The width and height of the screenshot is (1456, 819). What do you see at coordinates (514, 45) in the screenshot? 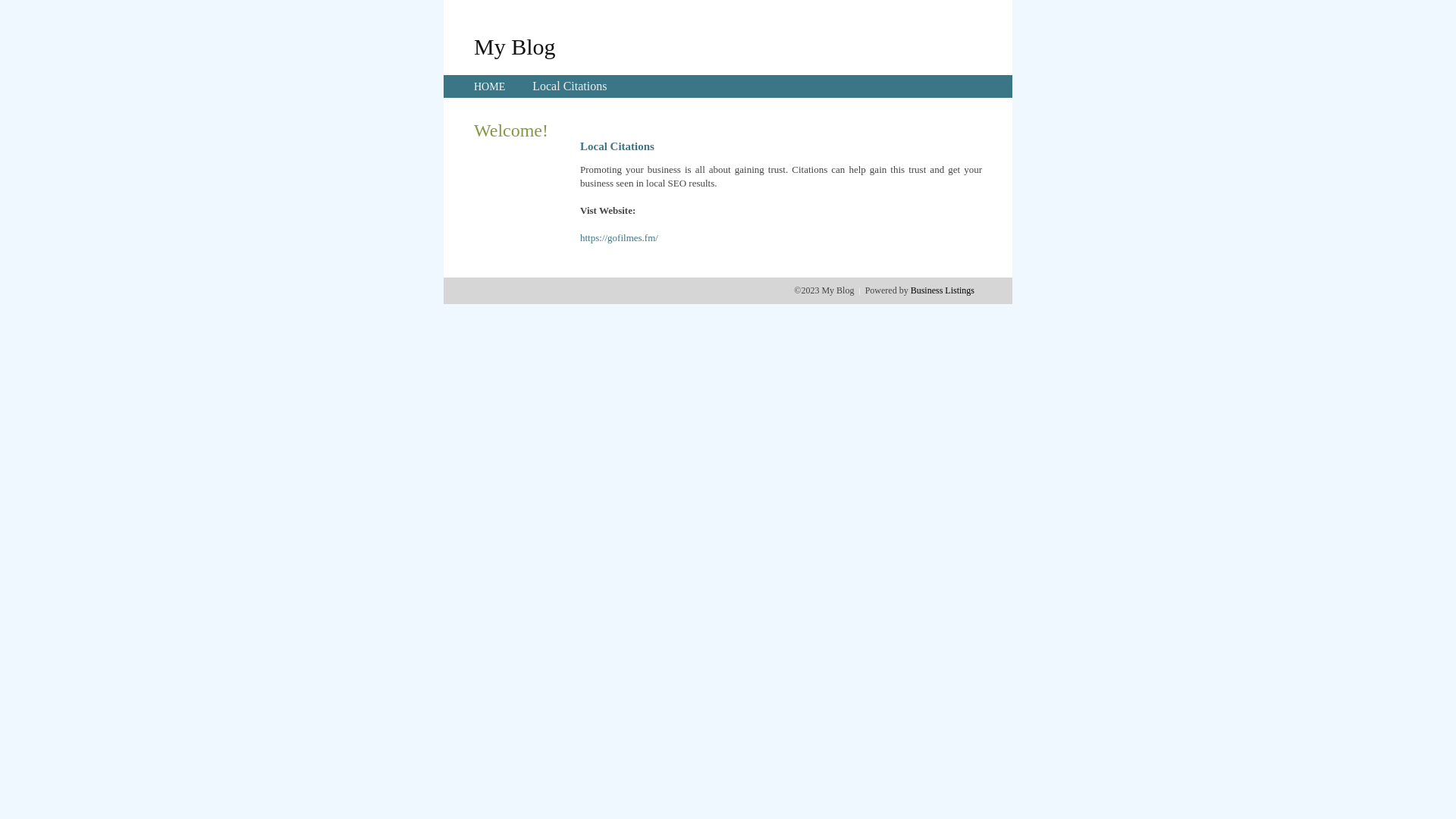
I see `'My Blog'` at bounding box center [514, 45].